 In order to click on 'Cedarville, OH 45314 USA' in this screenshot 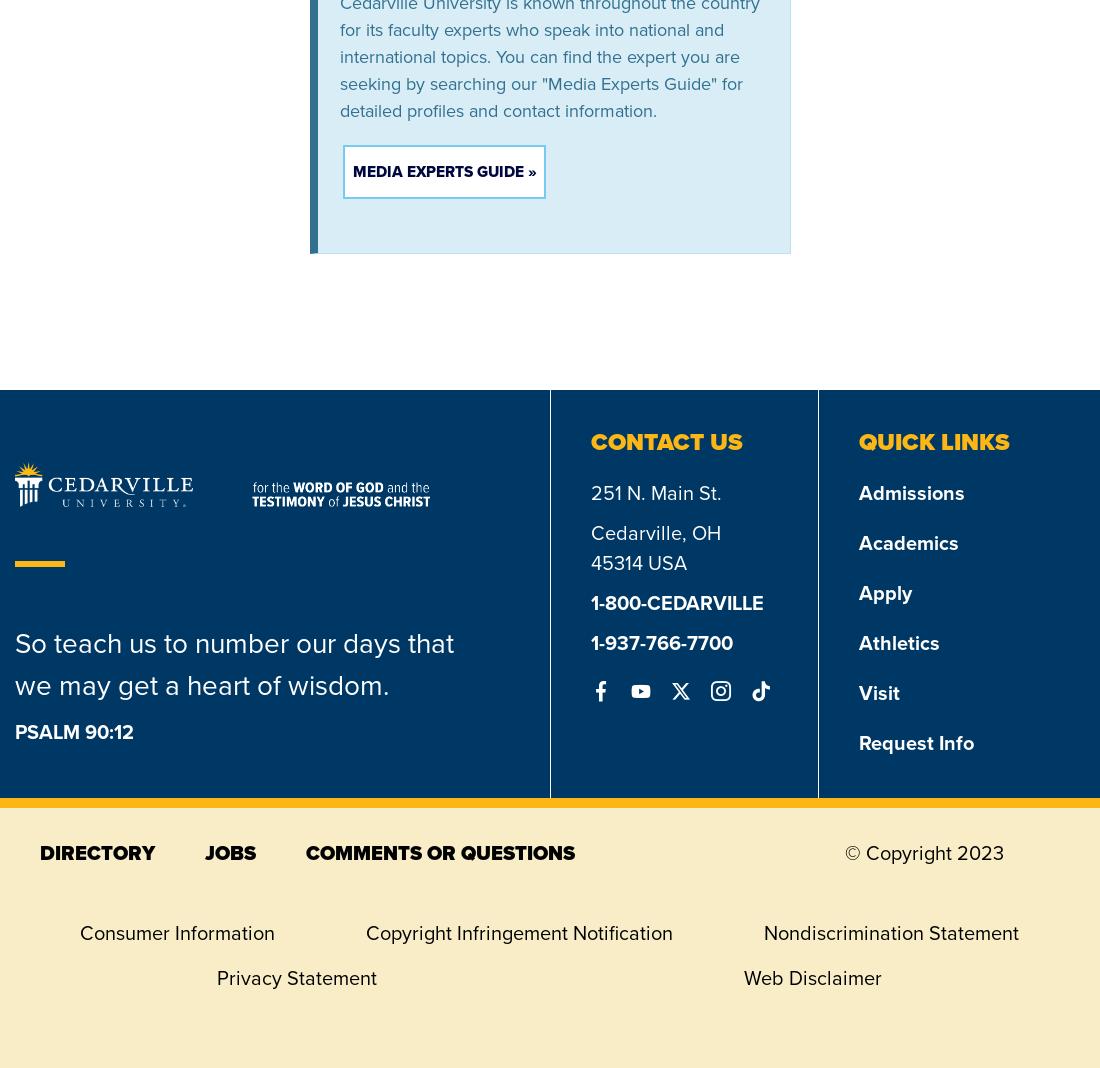, I will do `click(590, 546)`.